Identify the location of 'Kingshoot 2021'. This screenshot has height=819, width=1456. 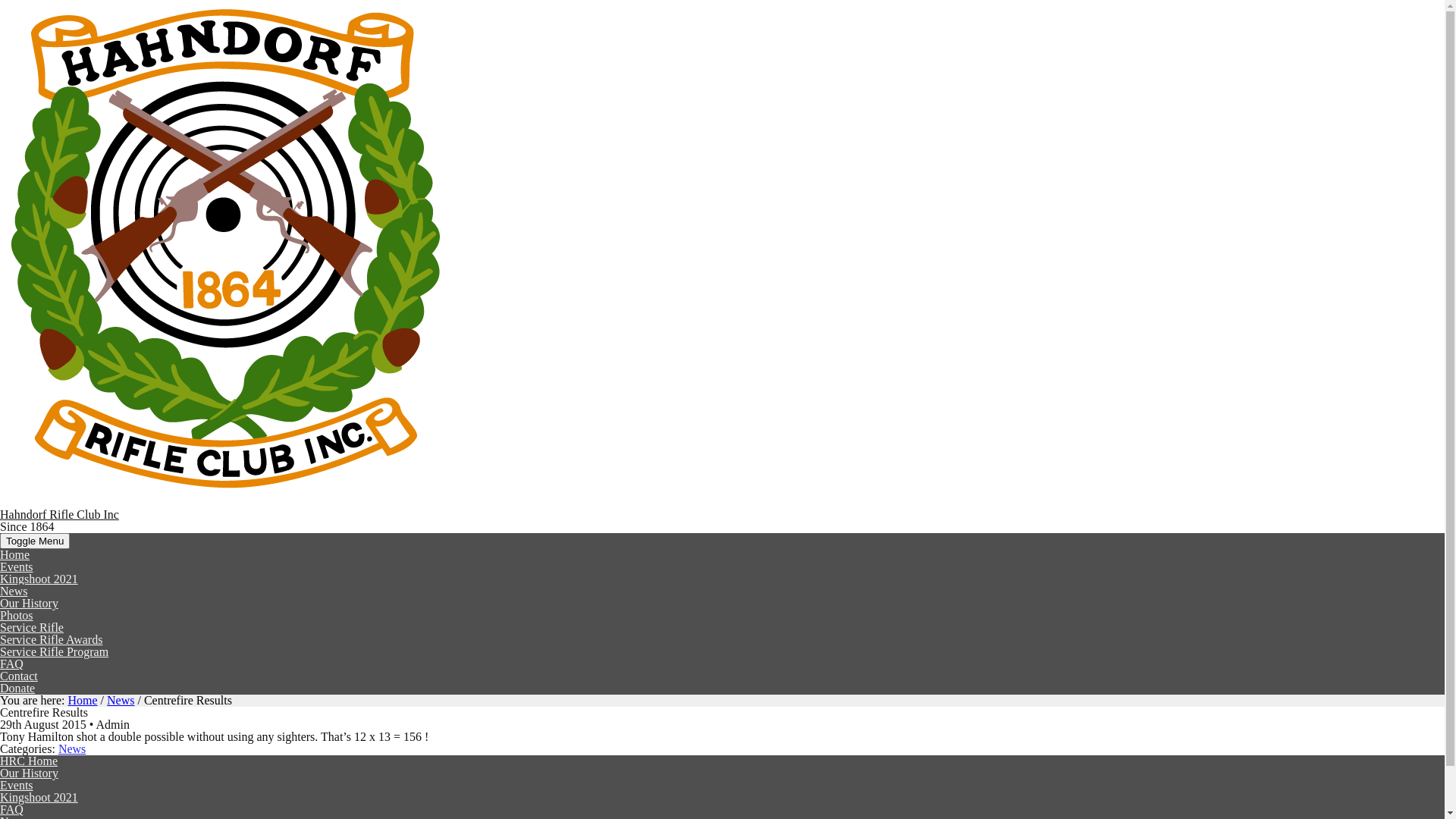
(0, 579).